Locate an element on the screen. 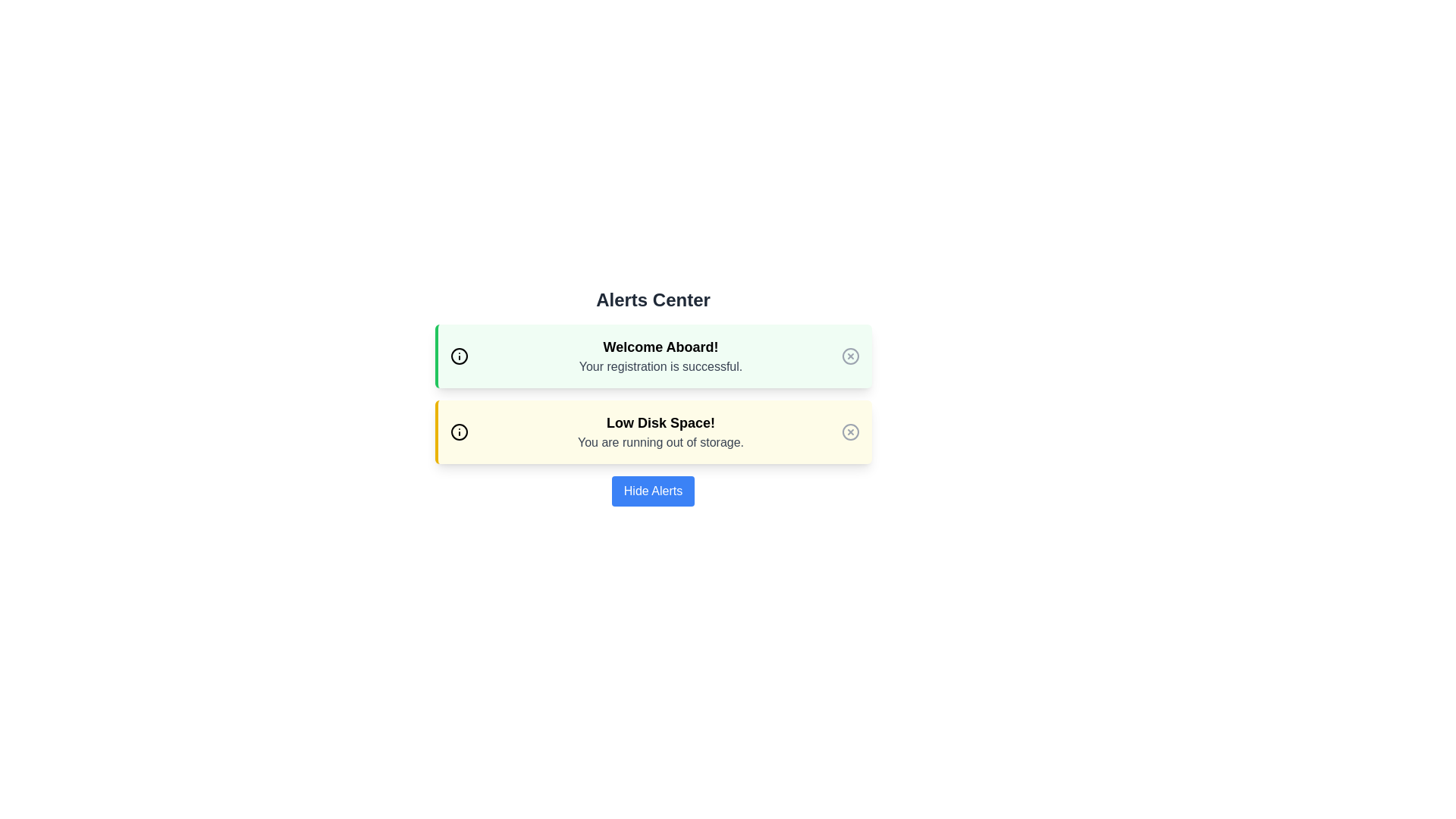  the close button located at the top-right corner of the 'Low Disk Space!' notification box is located at coordinates (850, 432).